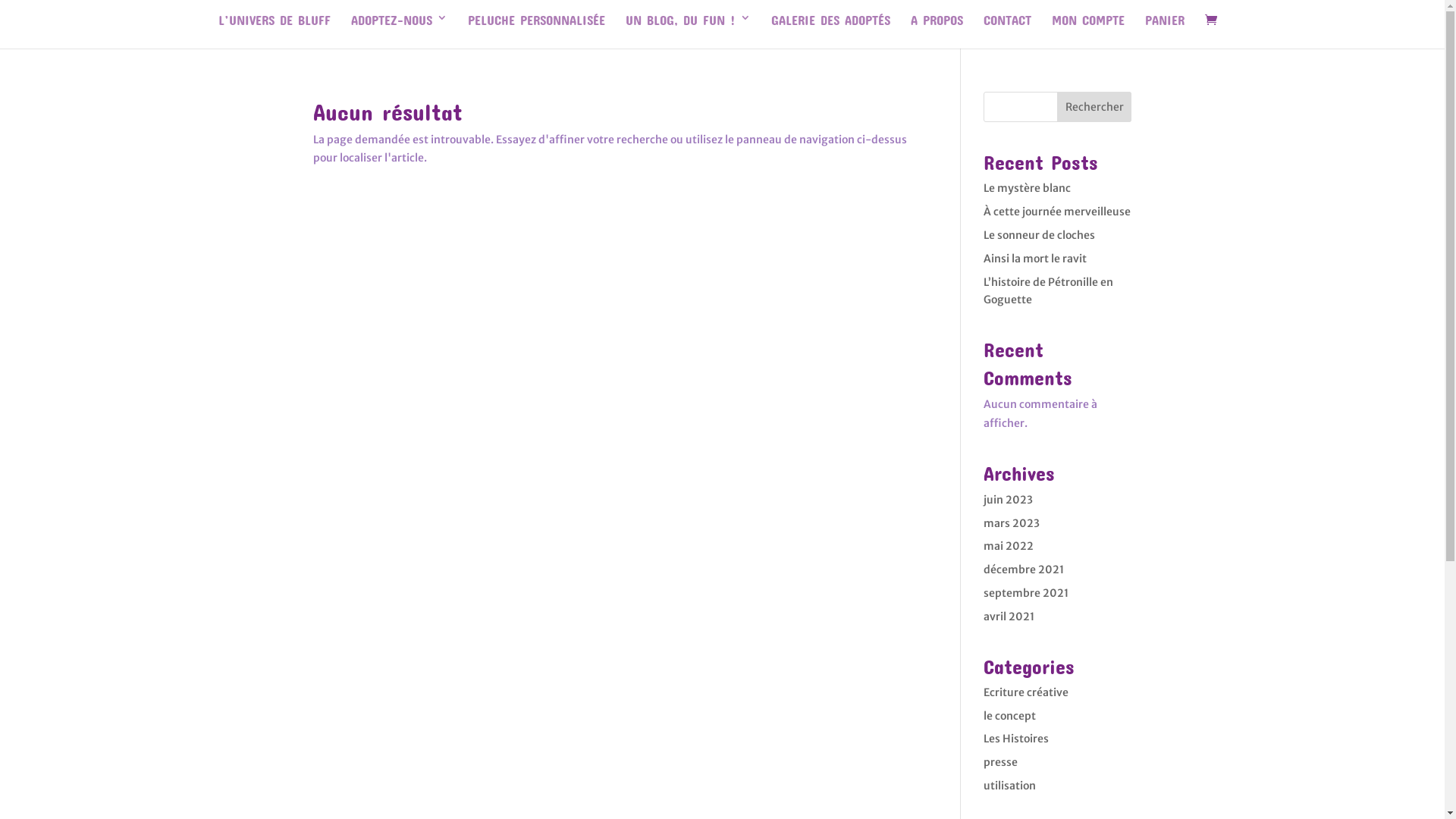 The width and height of the screenshot is (1456, 819). I want to click on 'CONTACT', so click(983, 30).